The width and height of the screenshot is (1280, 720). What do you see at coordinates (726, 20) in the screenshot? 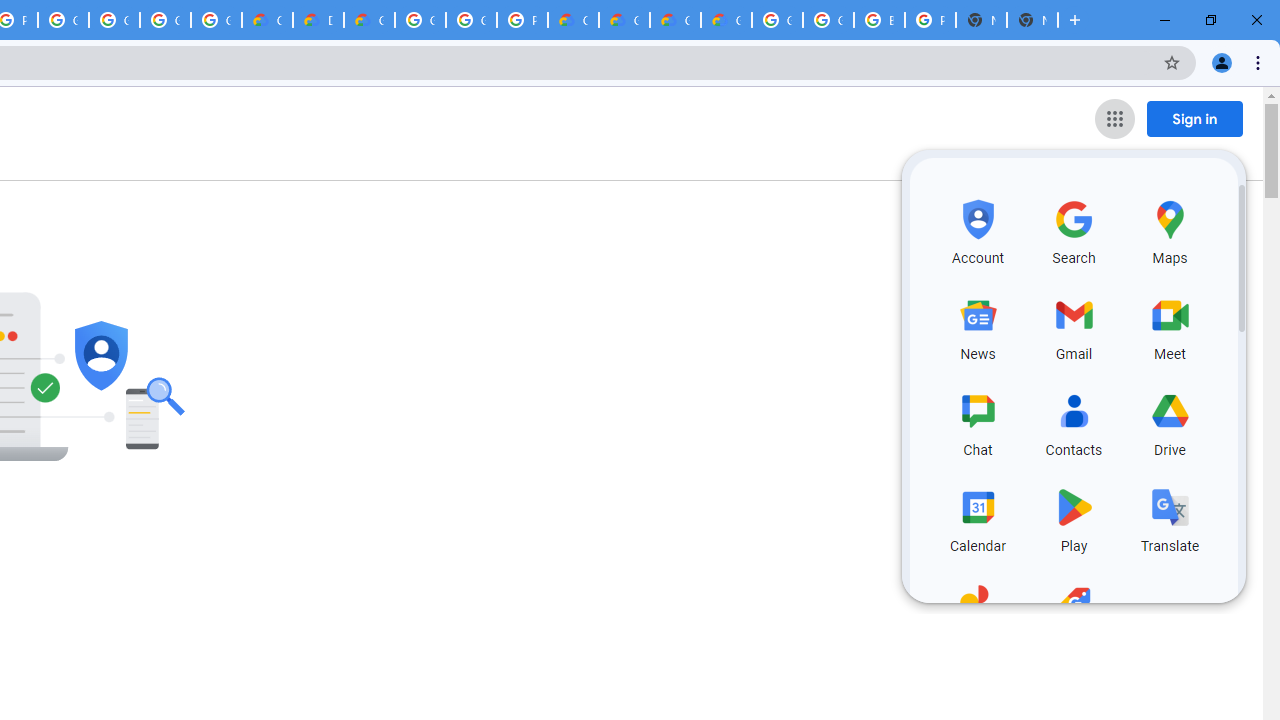
I see `'Google Cloud Service Health'` at bounding box center [726, 20].